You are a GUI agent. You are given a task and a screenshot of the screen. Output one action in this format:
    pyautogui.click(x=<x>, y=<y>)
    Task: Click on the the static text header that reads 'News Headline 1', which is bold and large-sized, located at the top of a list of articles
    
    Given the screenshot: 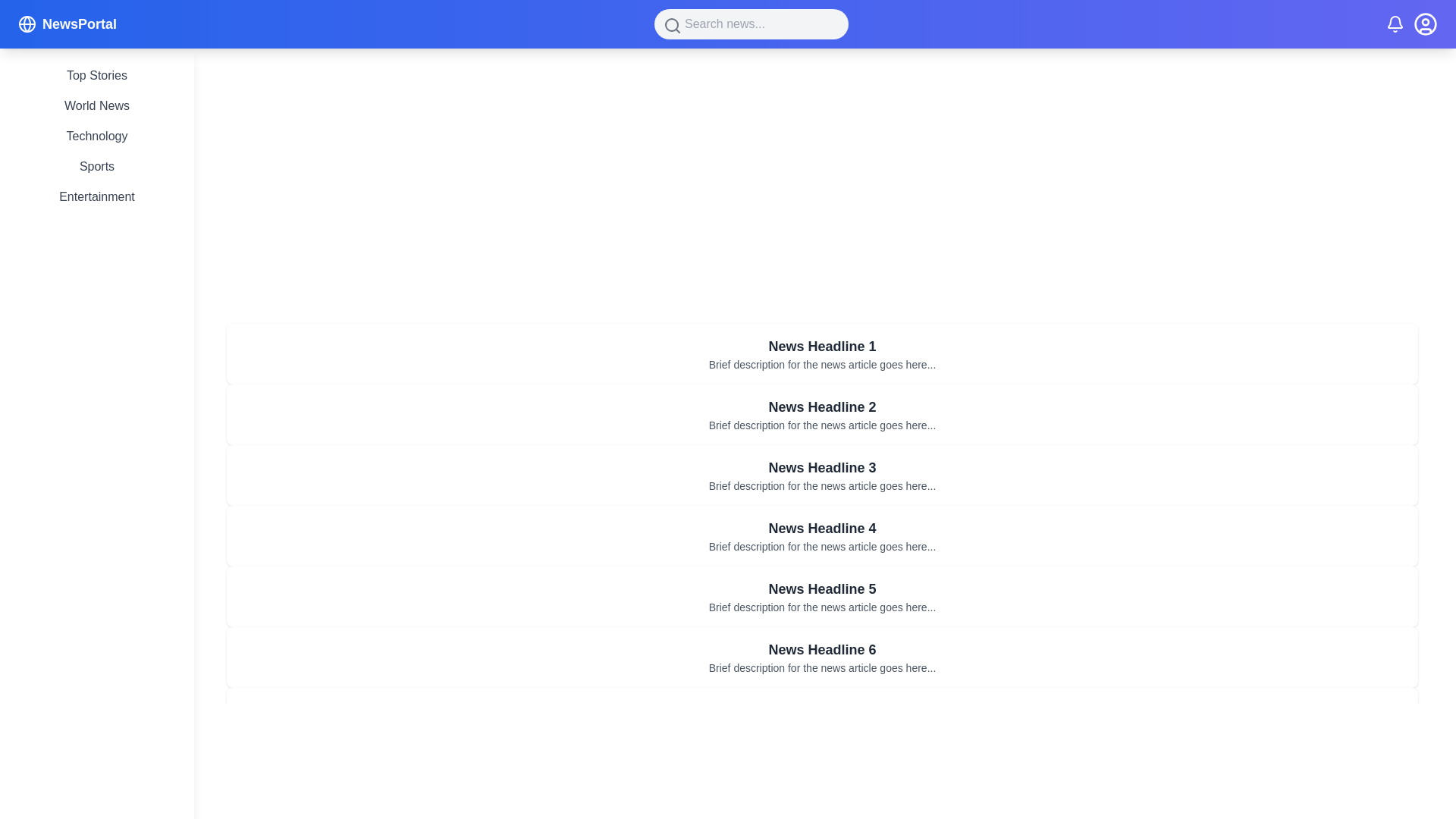 What is the action you would take?
    pyautogui.click(x=821, y=346)
    